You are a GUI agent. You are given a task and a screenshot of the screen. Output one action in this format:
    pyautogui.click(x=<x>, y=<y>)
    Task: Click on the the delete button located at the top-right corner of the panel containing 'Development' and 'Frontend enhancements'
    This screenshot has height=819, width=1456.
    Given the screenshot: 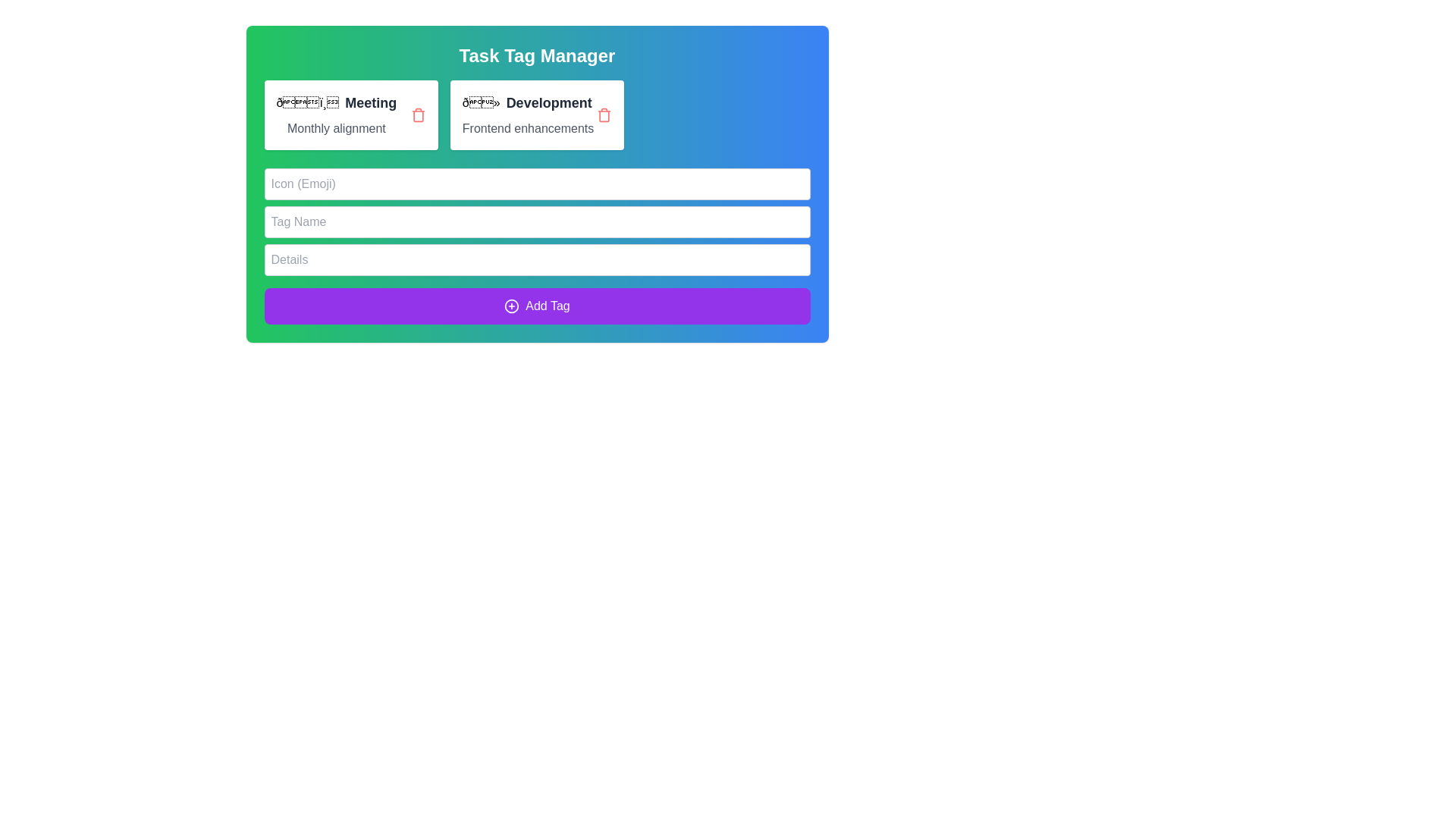 What is the action you would take?
    pyautogui.click(x=604, y=114)
    